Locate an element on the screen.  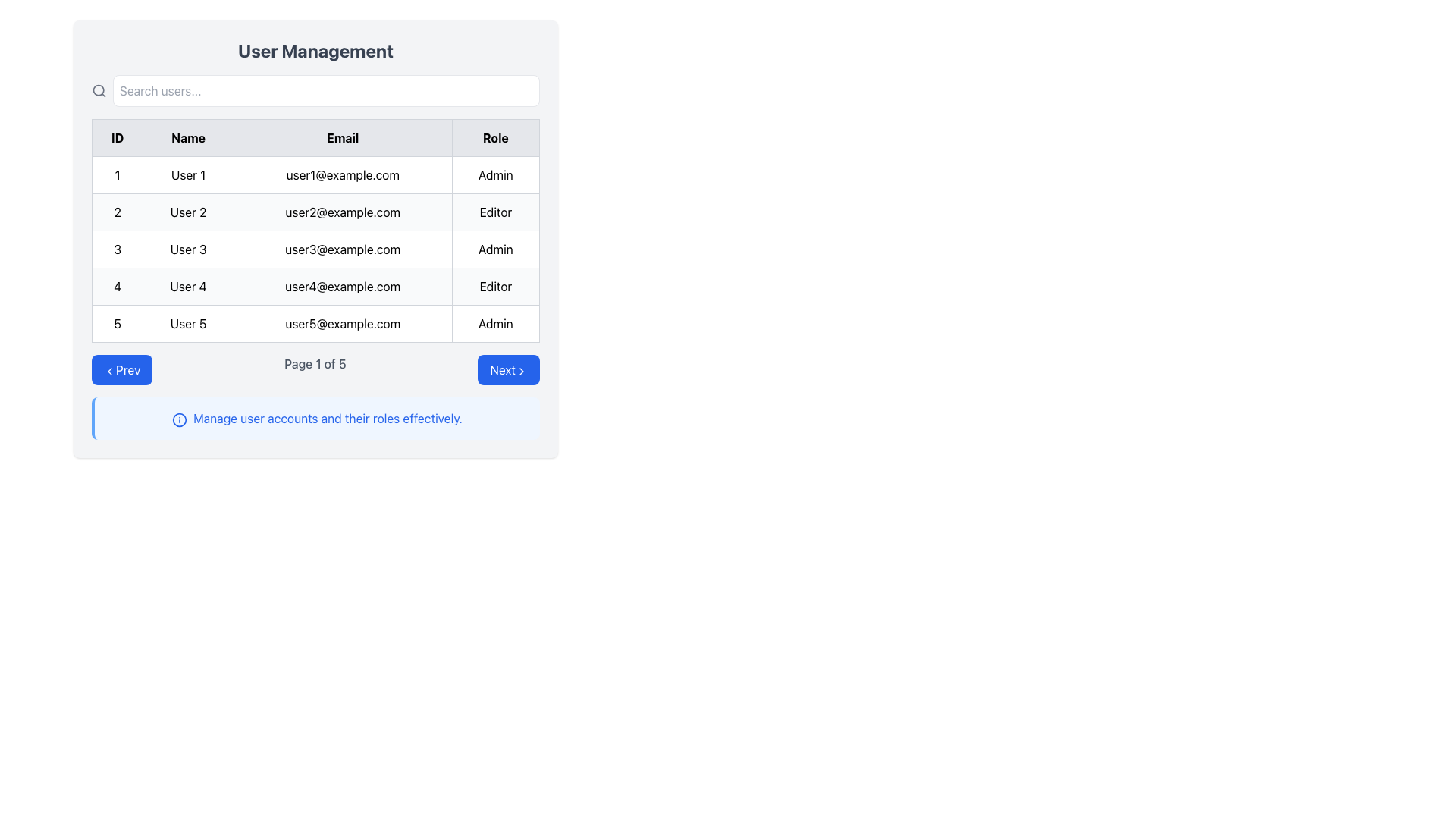
the fourth Table Header Cell in the header row of the table, which is positioned to the far right and indicates the role of individuals listed below is located at coordinates (495, 137).